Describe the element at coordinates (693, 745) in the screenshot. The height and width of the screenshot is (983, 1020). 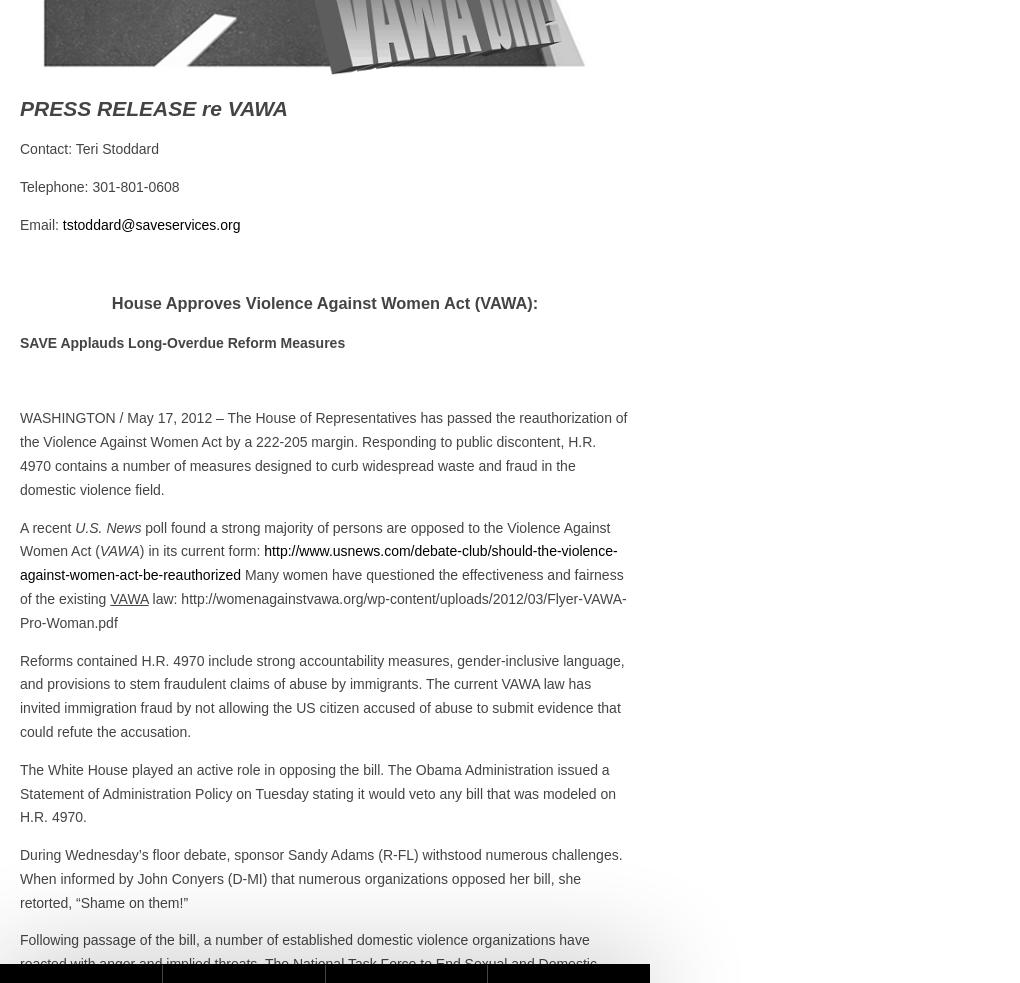
I see `'Issues'` at that location.